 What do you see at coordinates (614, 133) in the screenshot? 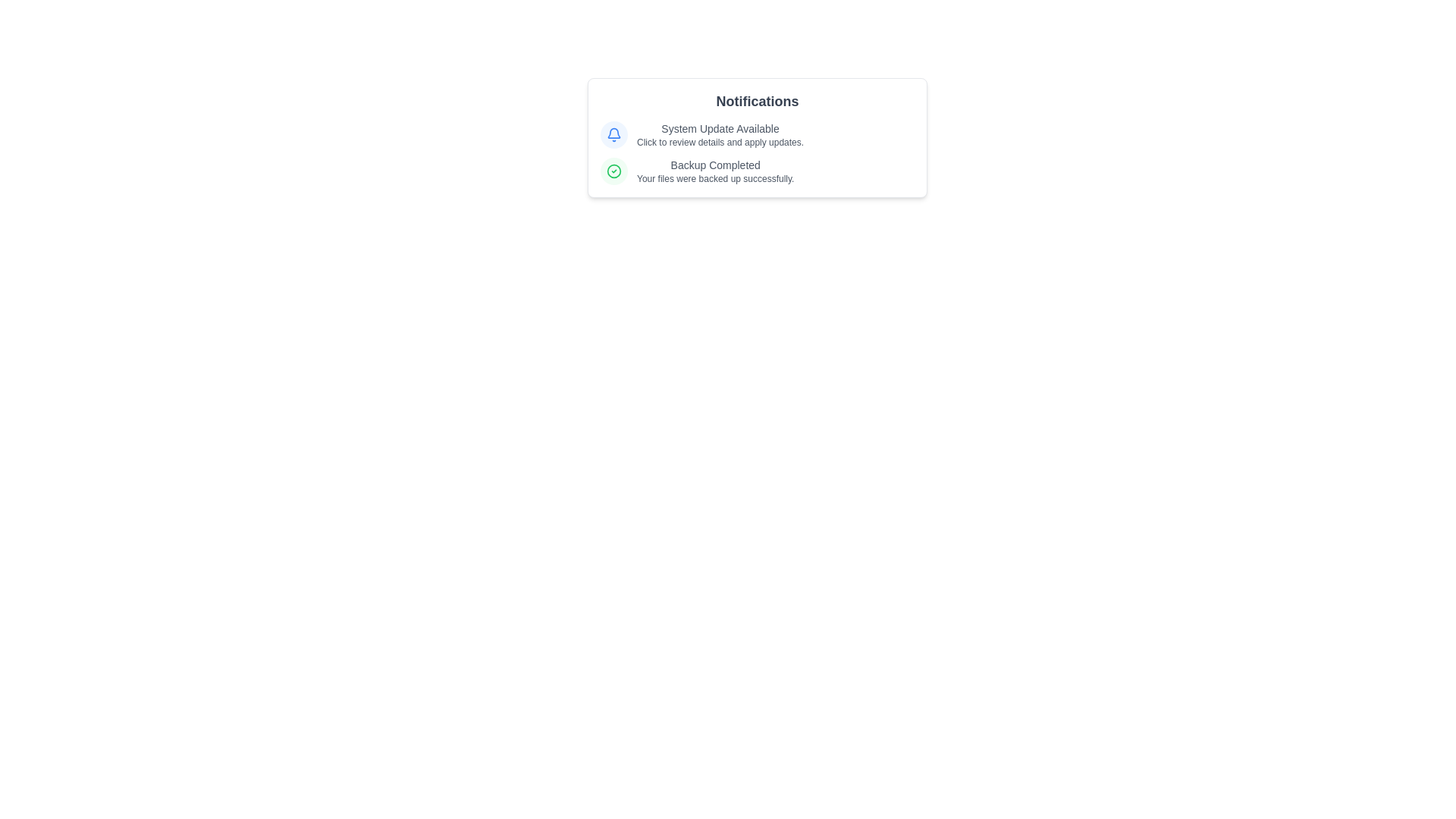
I see `the notification icon indicating 'System Update Available' located on the left side of the notification text` at bounding box center [614, 133].